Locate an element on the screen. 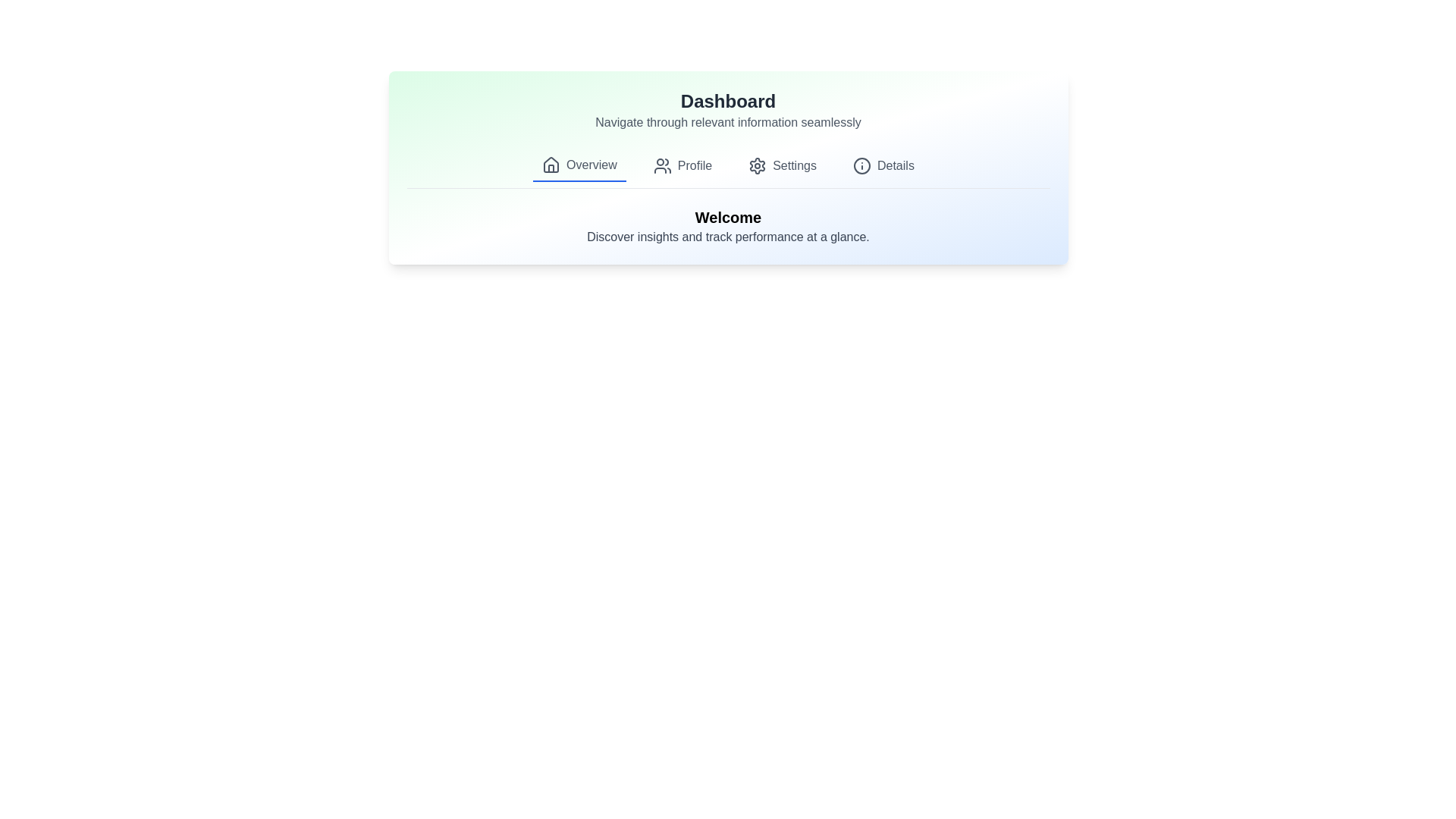 The width and height of the screenshot is (1456, 819). the circular icon with a dark outline and a vertical line with a dot above it, located in the navigation bar under the 'Details' label is located at coordinates (862, 166).